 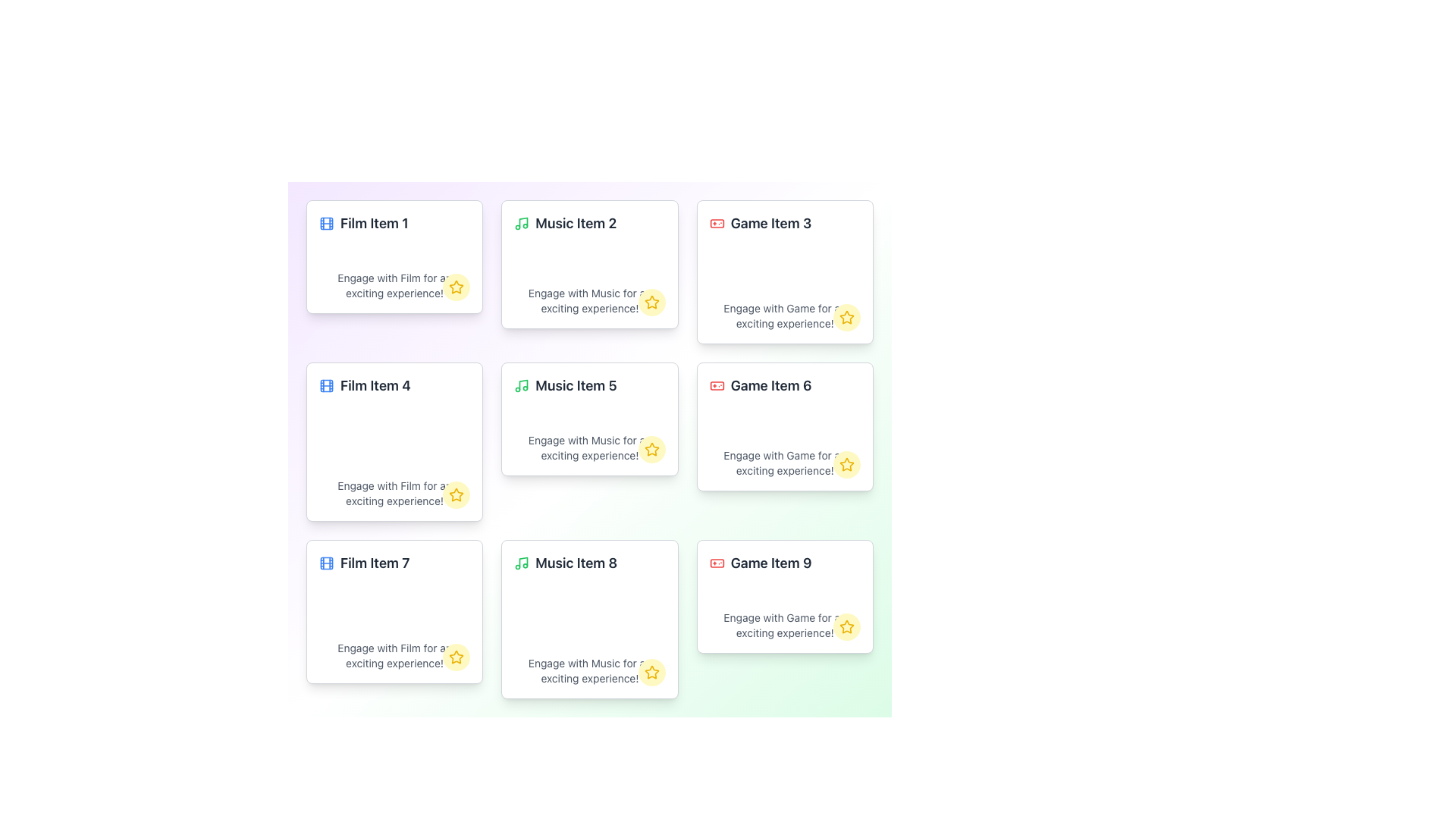 I want to click on the star icon located at the bottom-right corner of the 'Game Item 9' card, so click(x=651, y=671).